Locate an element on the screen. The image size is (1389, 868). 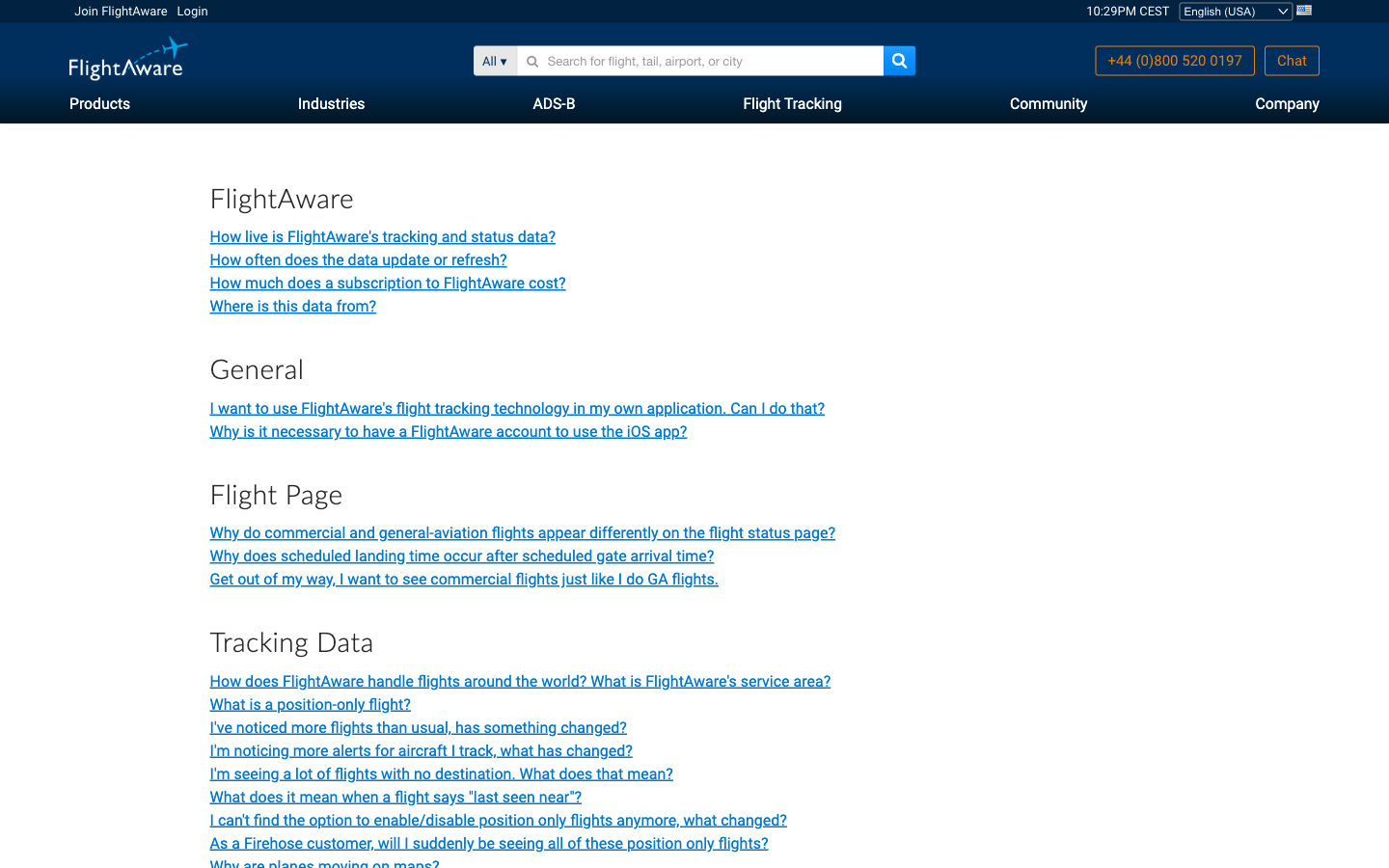
FlightAware"s chat window is located at coordinates (1291, 60).